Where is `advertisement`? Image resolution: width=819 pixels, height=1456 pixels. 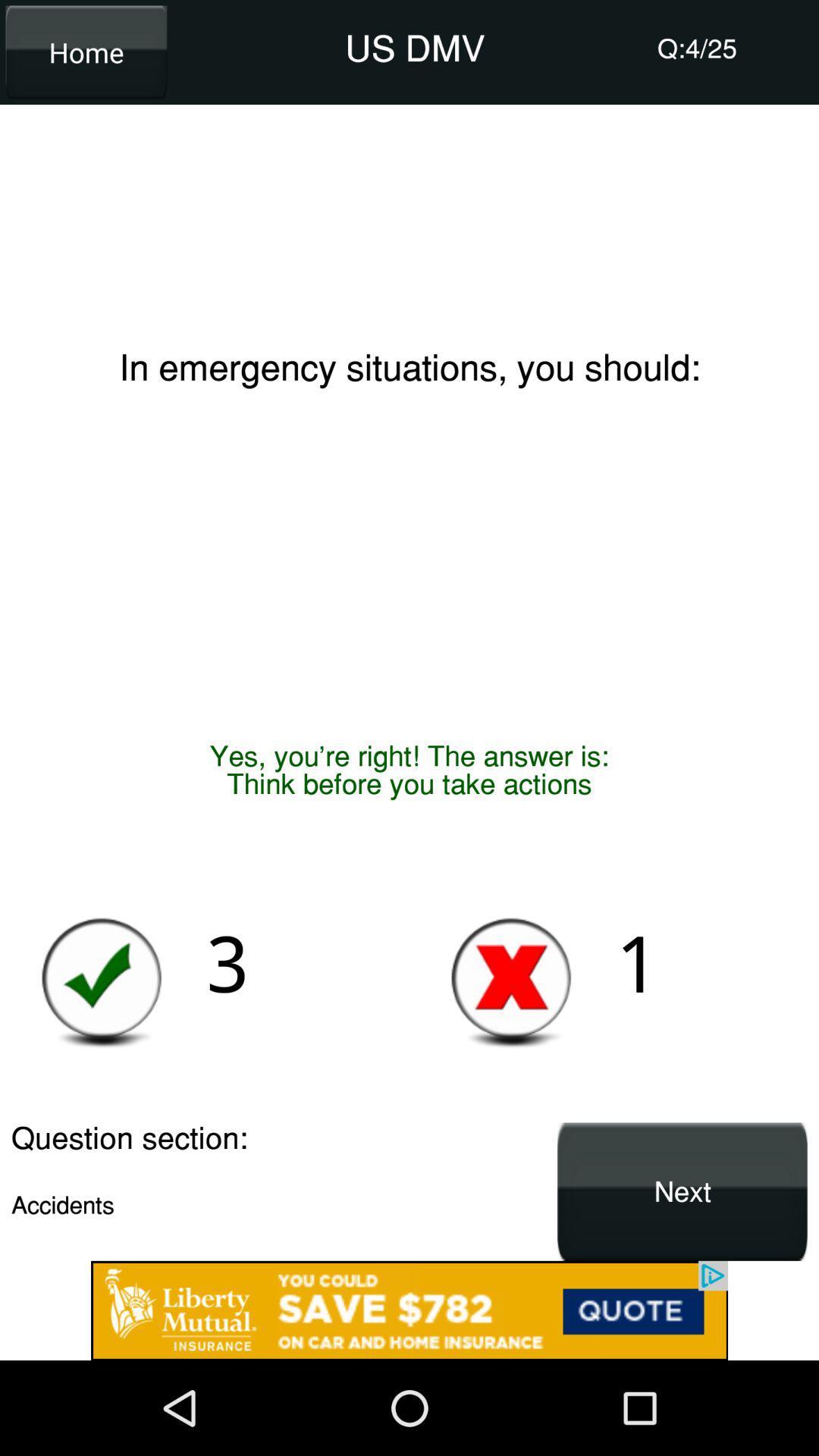 advertisement is located at coordinates (409, 1310).